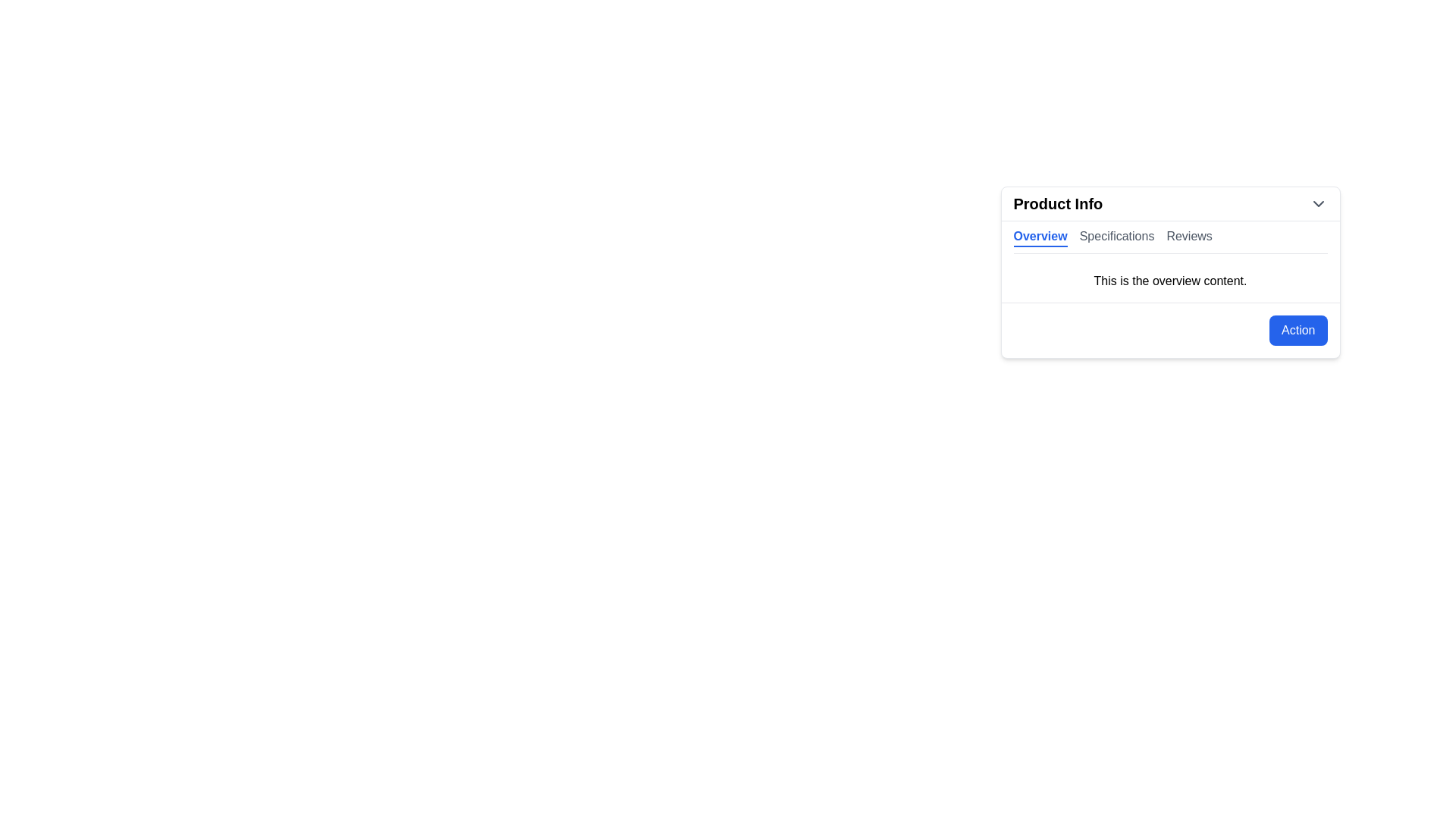 The width and height of the screenshot is (1456, 819). I want to click on the 'Specifications' tab label, which is styled in a gray font and indicates an inactive state, located in the horizontal navigation bar between 'Overview' and 'Reviews', so click(1117, 237).